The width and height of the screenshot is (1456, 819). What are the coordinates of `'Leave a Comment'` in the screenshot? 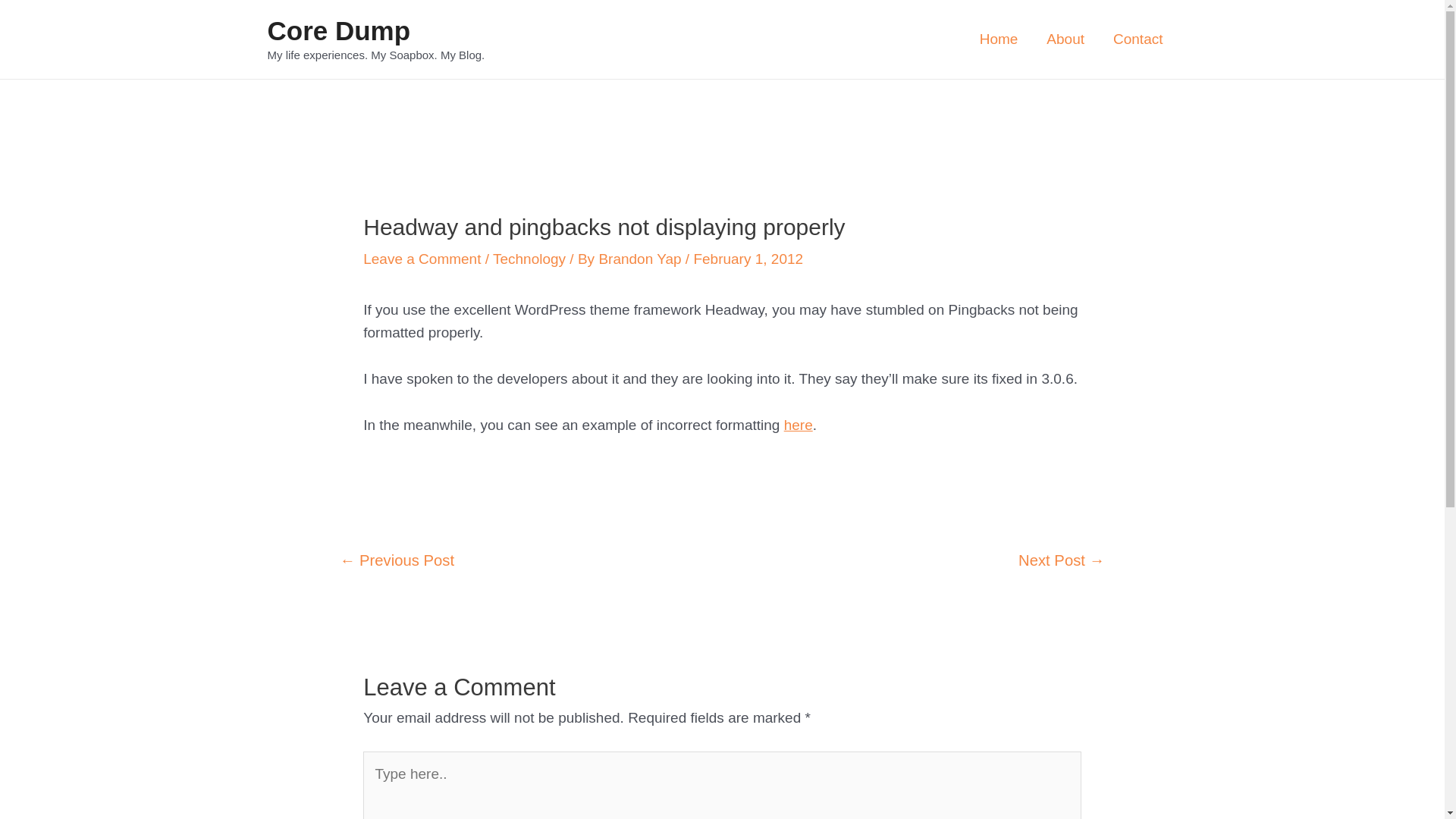 It's located at (422, 258).